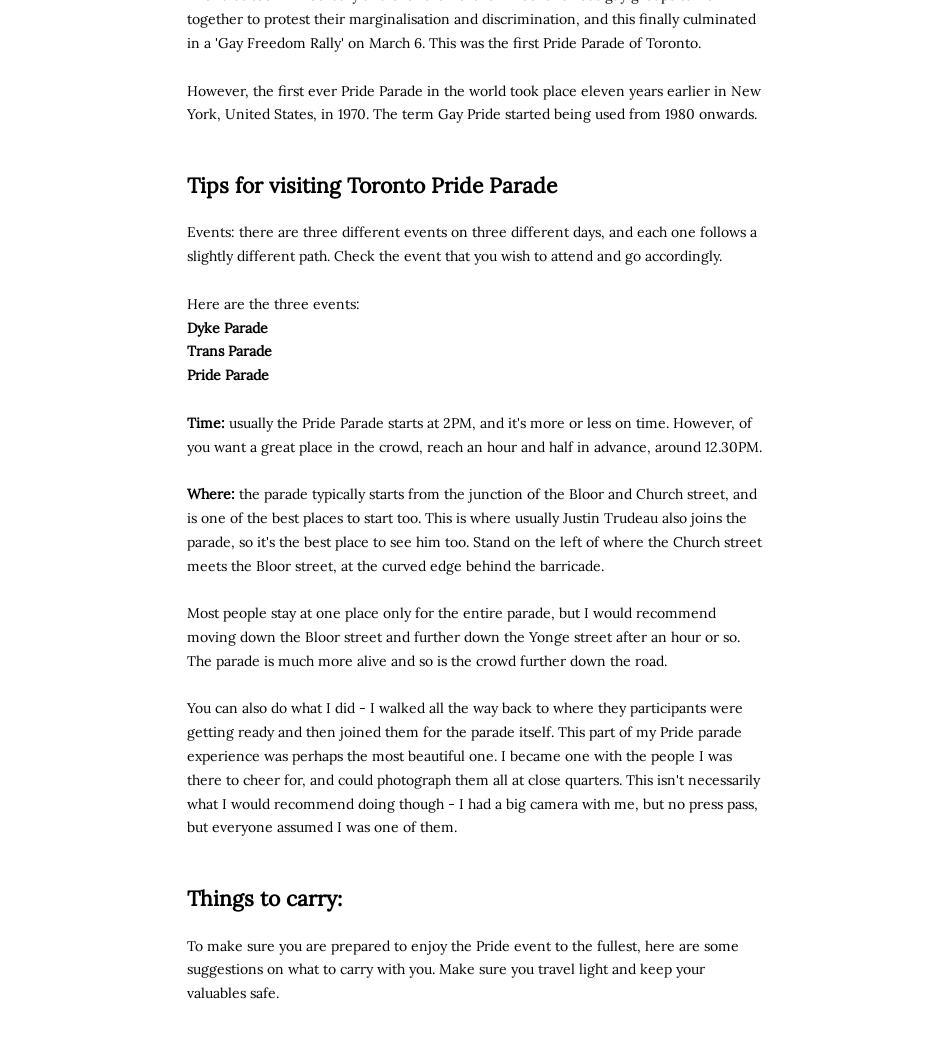 Image resolution: width=950 pixels, height=1037 pixels. I want to click on 'Pride Parade', so click(228, 373).